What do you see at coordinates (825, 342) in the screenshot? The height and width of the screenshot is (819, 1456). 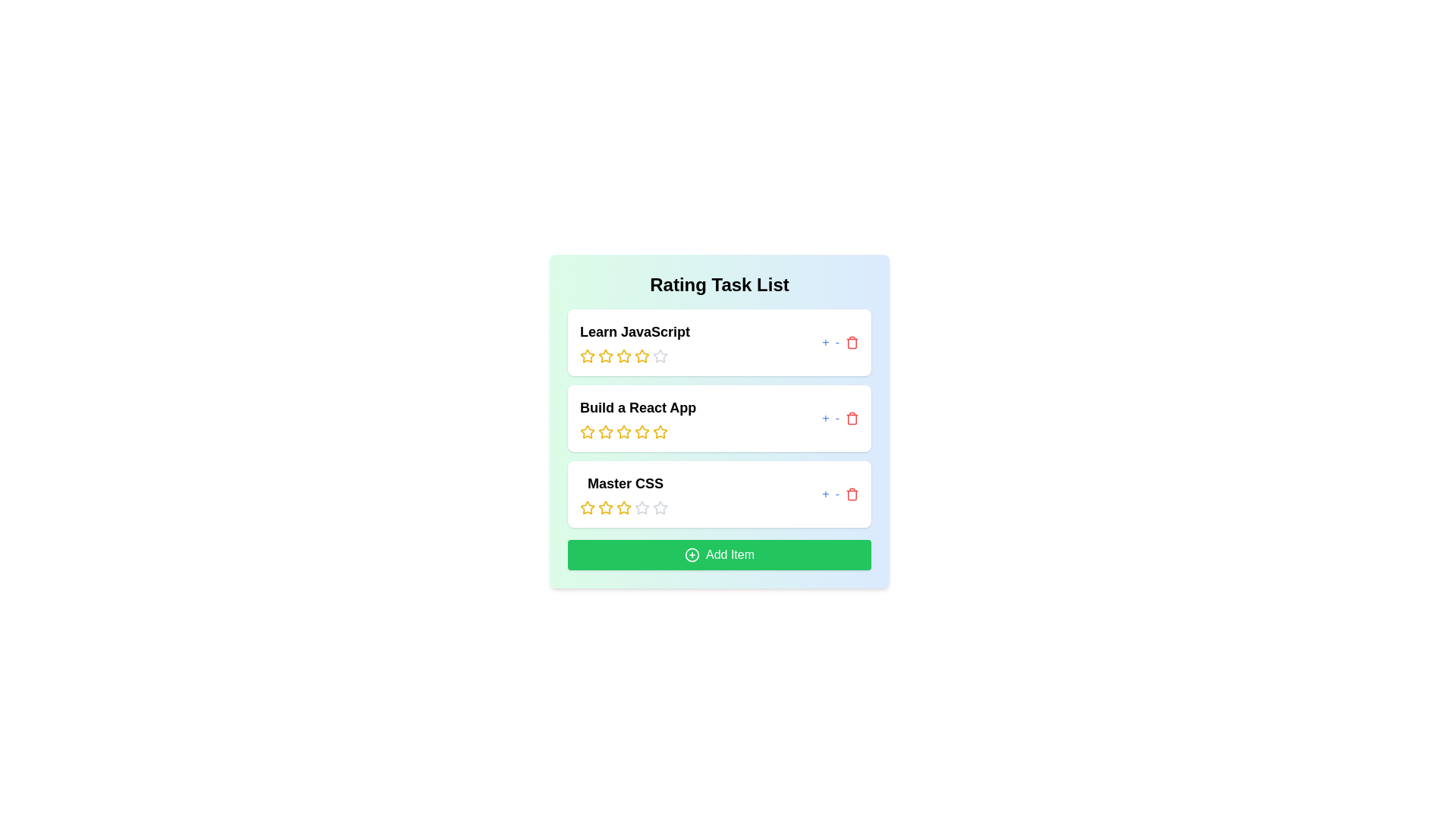 I see `'+' button to increase the rating of the item 'Learn JavaScript' by 1` at bounding box center [825, 342].